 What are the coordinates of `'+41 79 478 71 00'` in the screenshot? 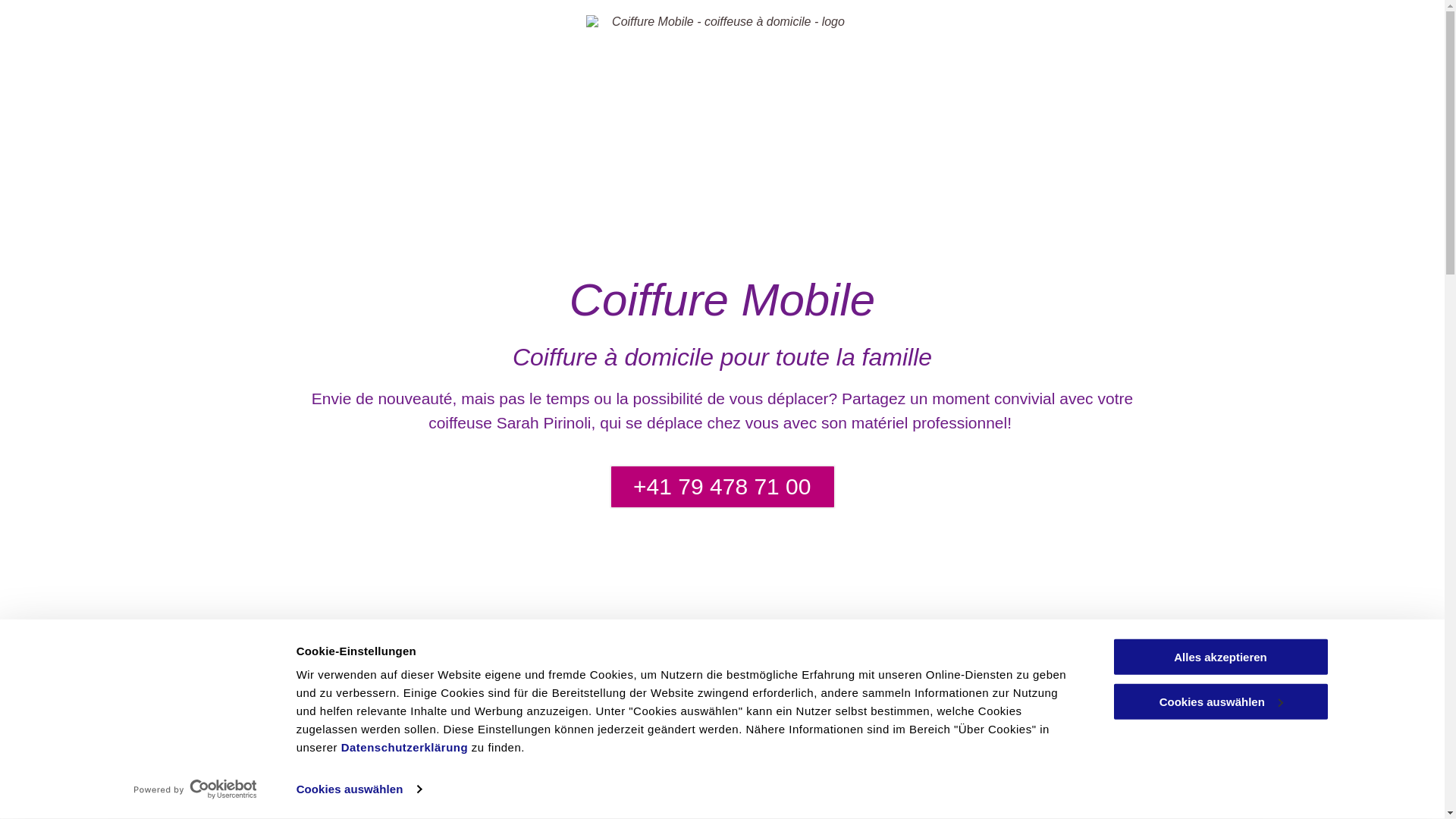 It's located at (722, 486).